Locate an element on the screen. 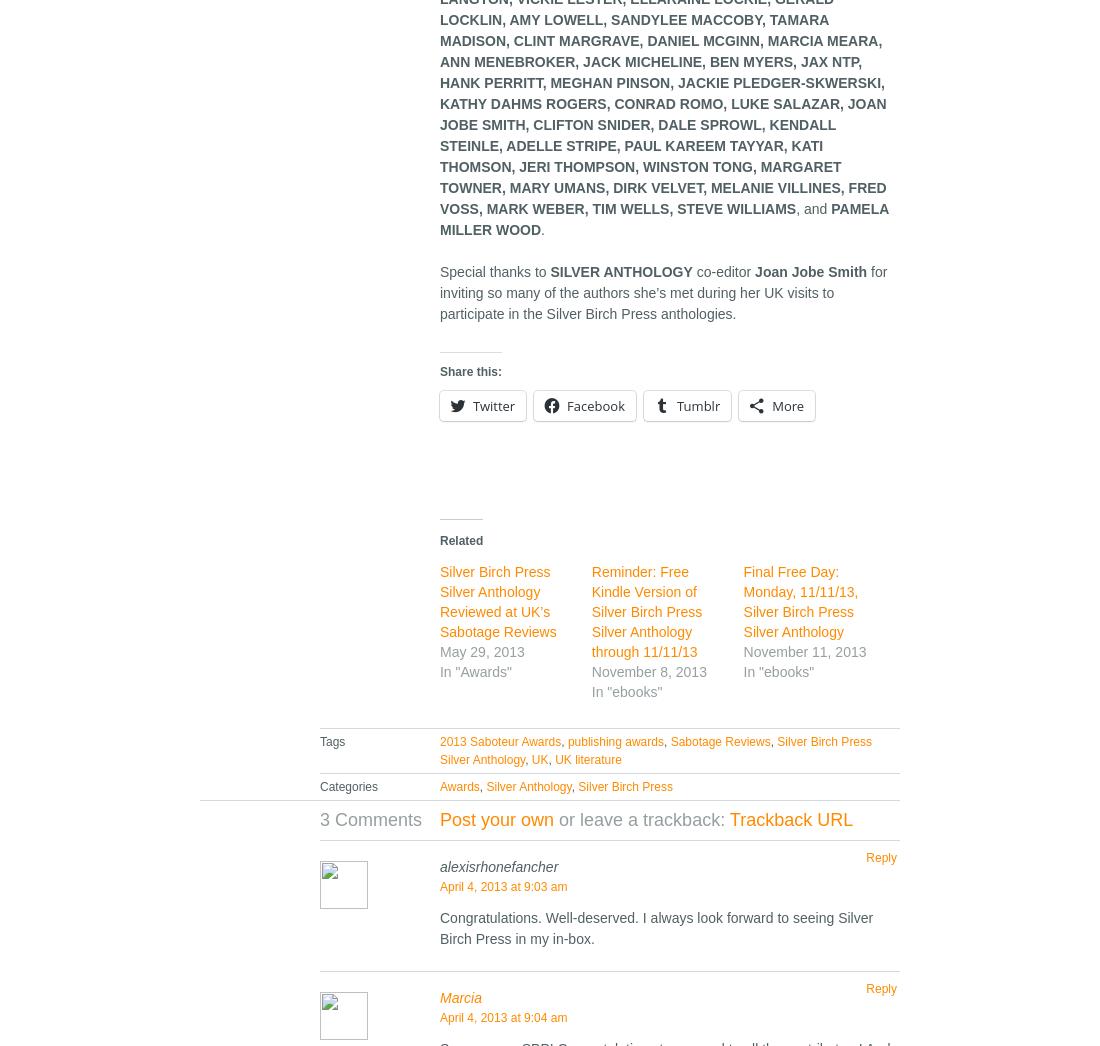  'for inviting so many of the authors she’s met during her UK visits to participate in the Silver Birch Press anthologies.' is located at coordinates (662, 292).